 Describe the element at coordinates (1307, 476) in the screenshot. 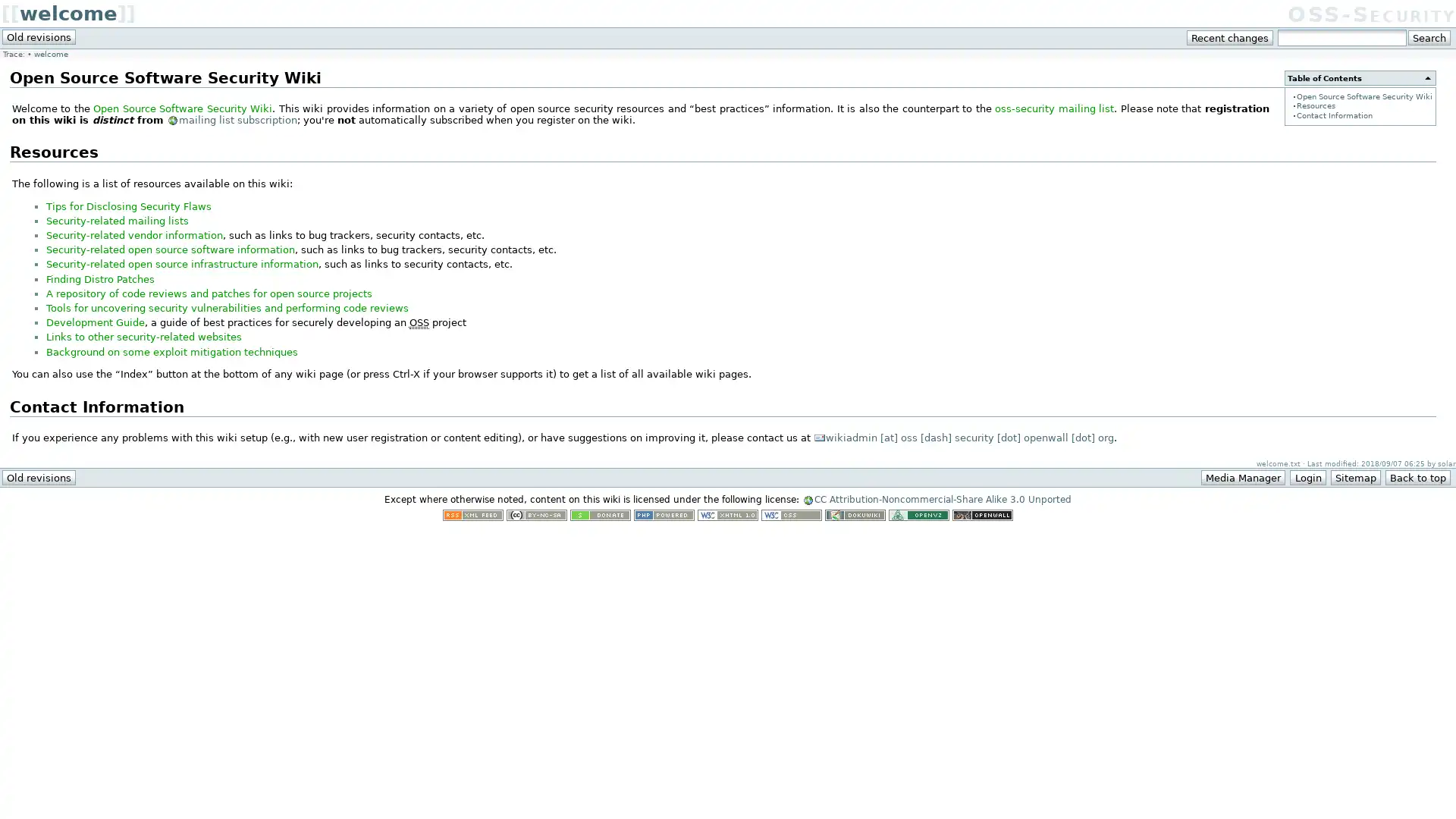

I see `Login` at that location.